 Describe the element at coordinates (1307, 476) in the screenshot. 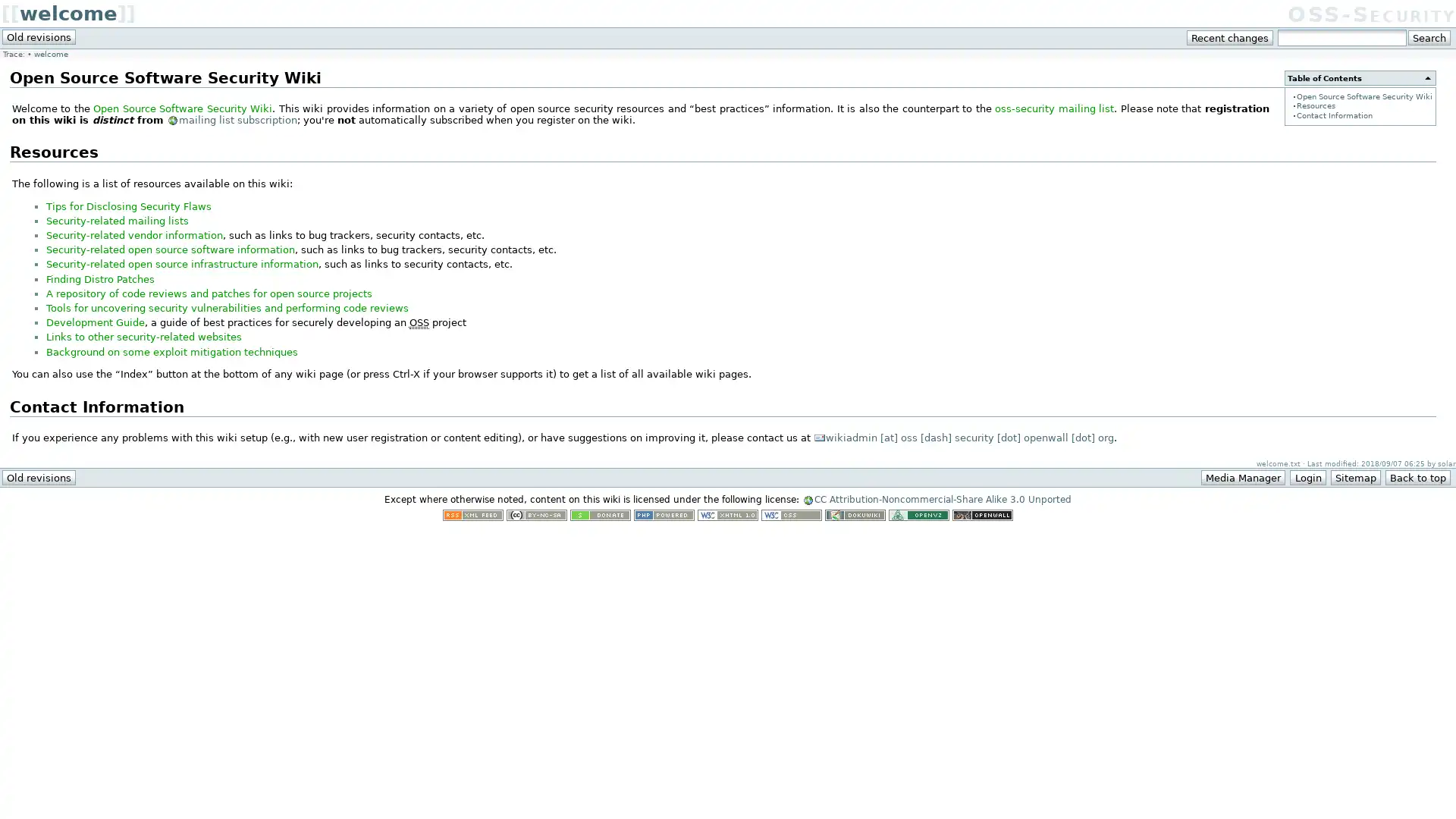

I see `Login` at that location.